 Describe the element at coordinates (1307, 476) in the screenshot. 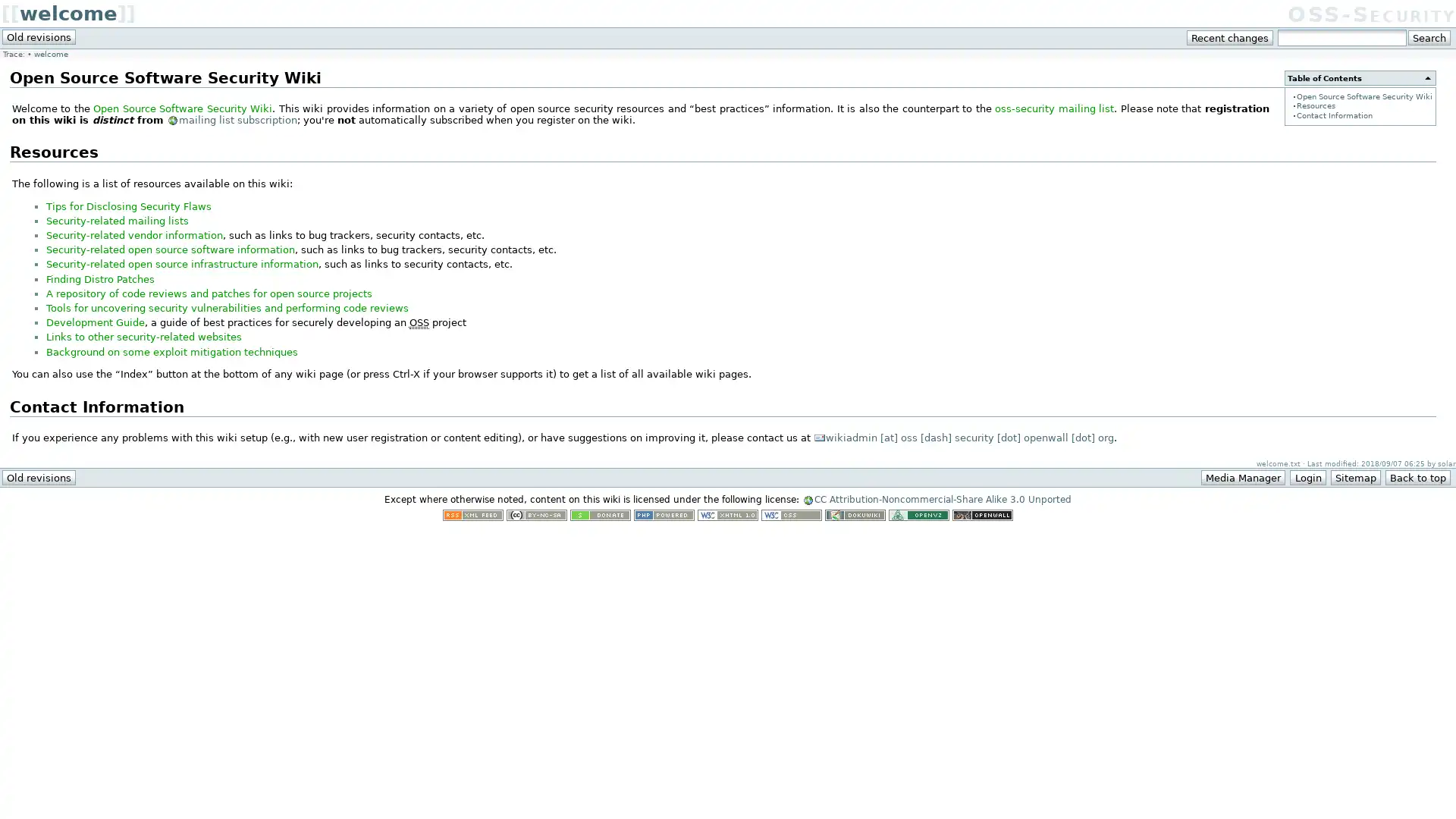

I see `Login` at that location.